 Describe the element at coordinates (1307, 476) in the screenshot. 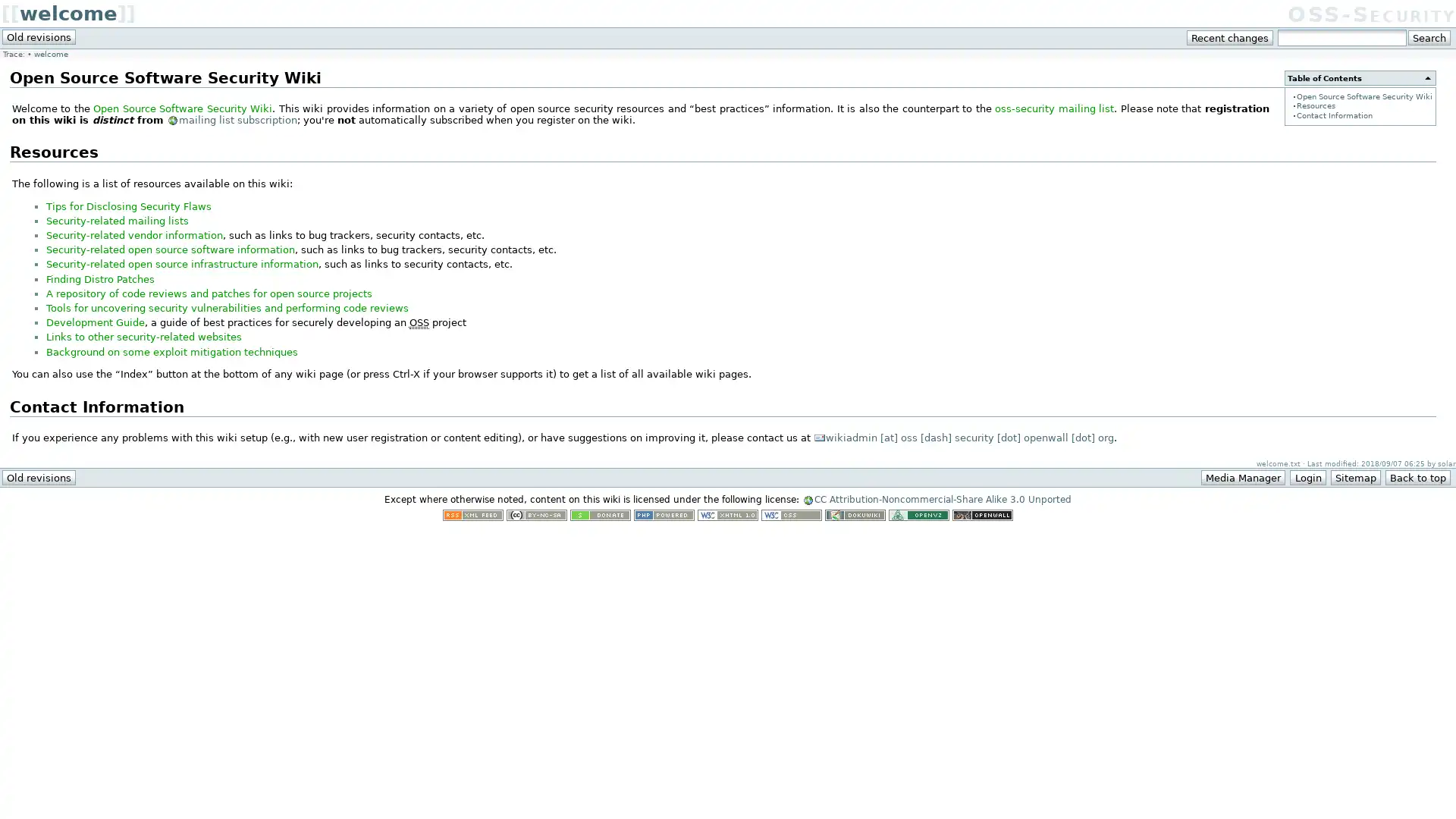

I see `Login` at that location.